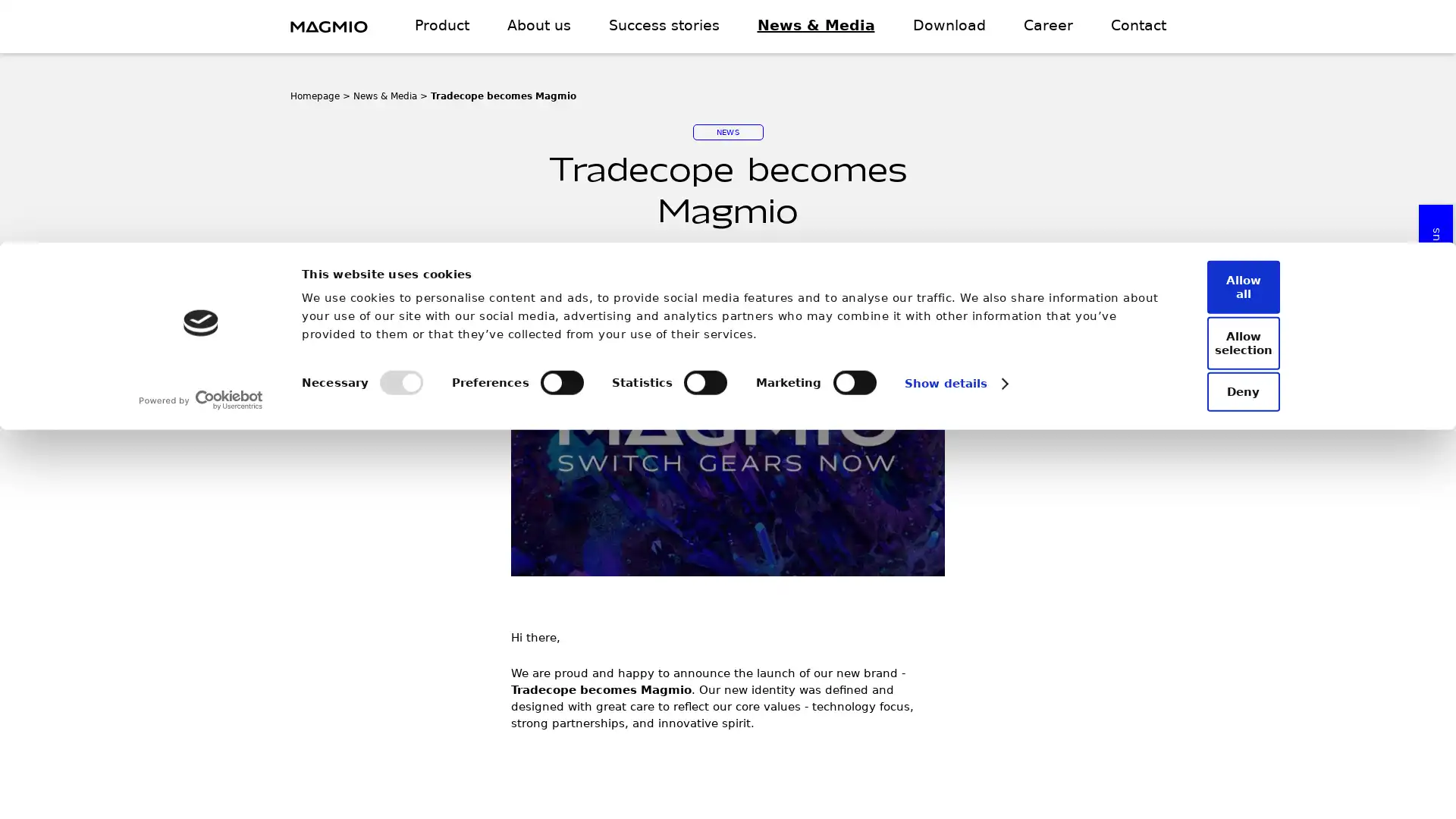  What do you see at coordinates (889, 585) in the screenshot?
I see `Sign up` at bounding box center [889, 585].